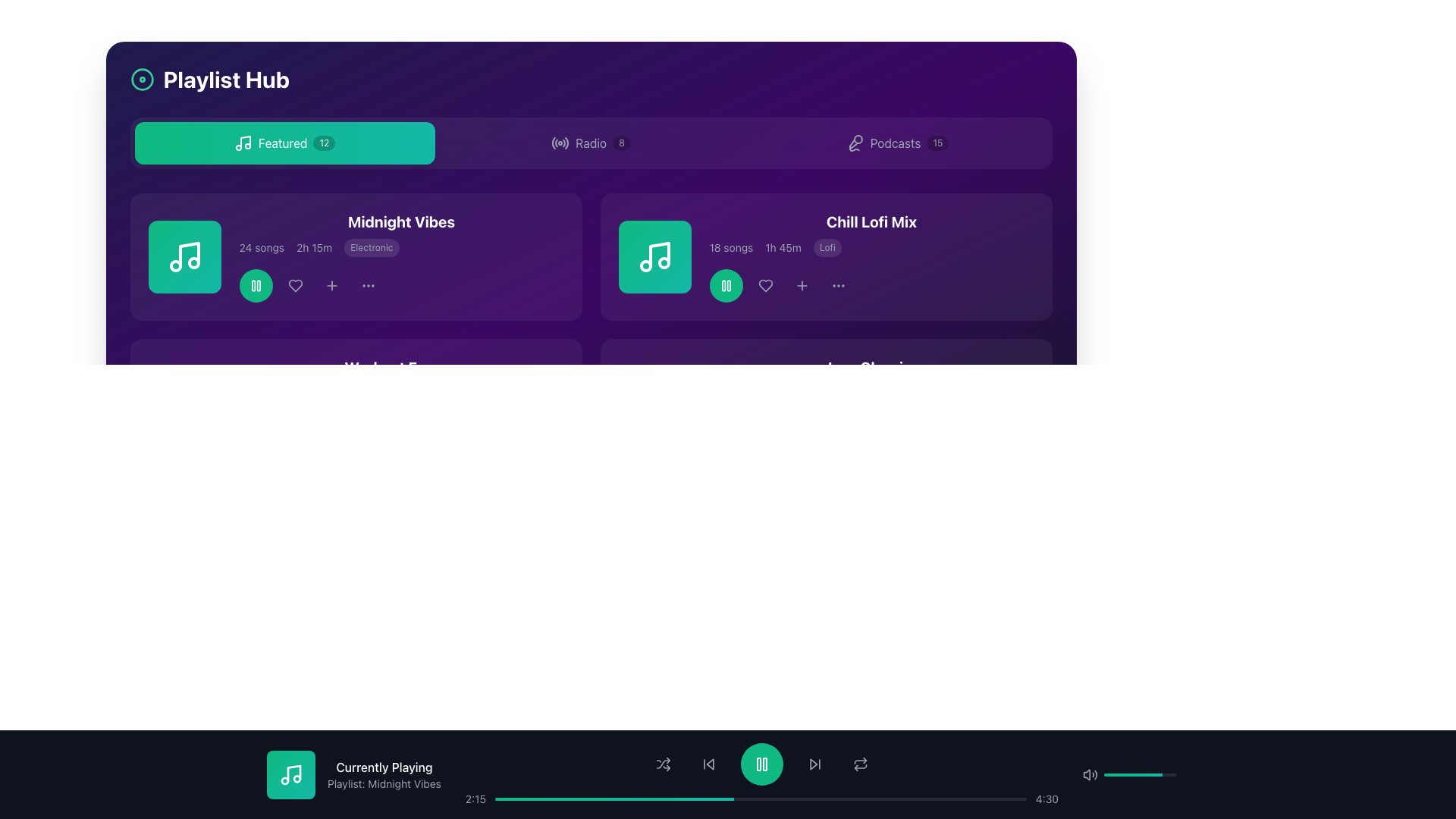 This screenshot has height=819, width=1456. What do you see at coordinates (1150, 775) in the screenshot?
I see `the slider` at bounding box center [1150, 775].